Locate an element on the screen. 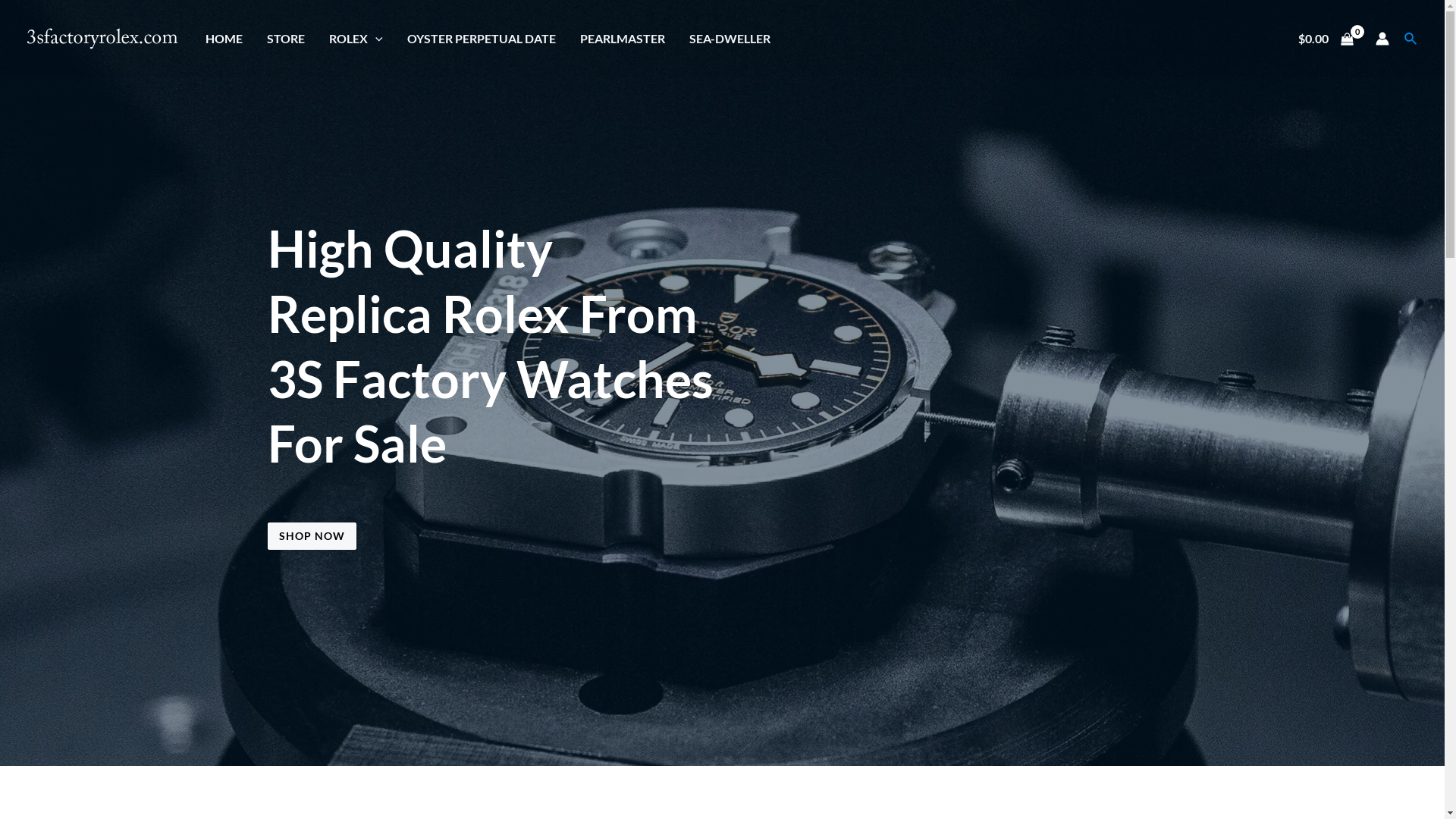 This screenshot has width=1456, height=819. 'STORE' is located at coordinates (286, 37).